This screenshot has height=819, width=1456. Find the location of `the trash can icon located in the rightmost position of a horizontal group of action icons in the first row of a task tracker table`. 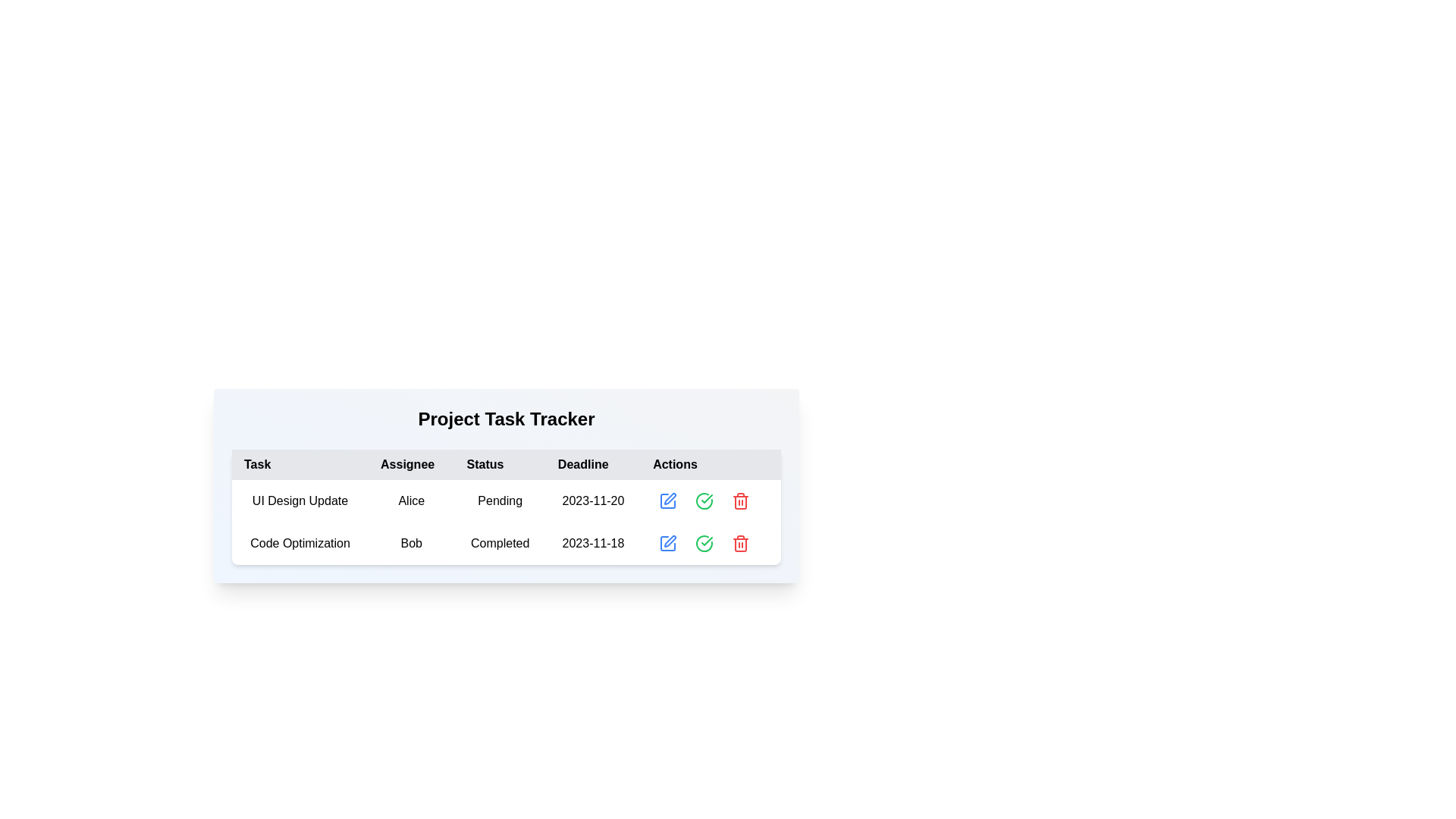

the trash can icon located in the rightmost position of a horizontal group of action icons in the first row of a task tracker table is located at coordinates (741, 500).